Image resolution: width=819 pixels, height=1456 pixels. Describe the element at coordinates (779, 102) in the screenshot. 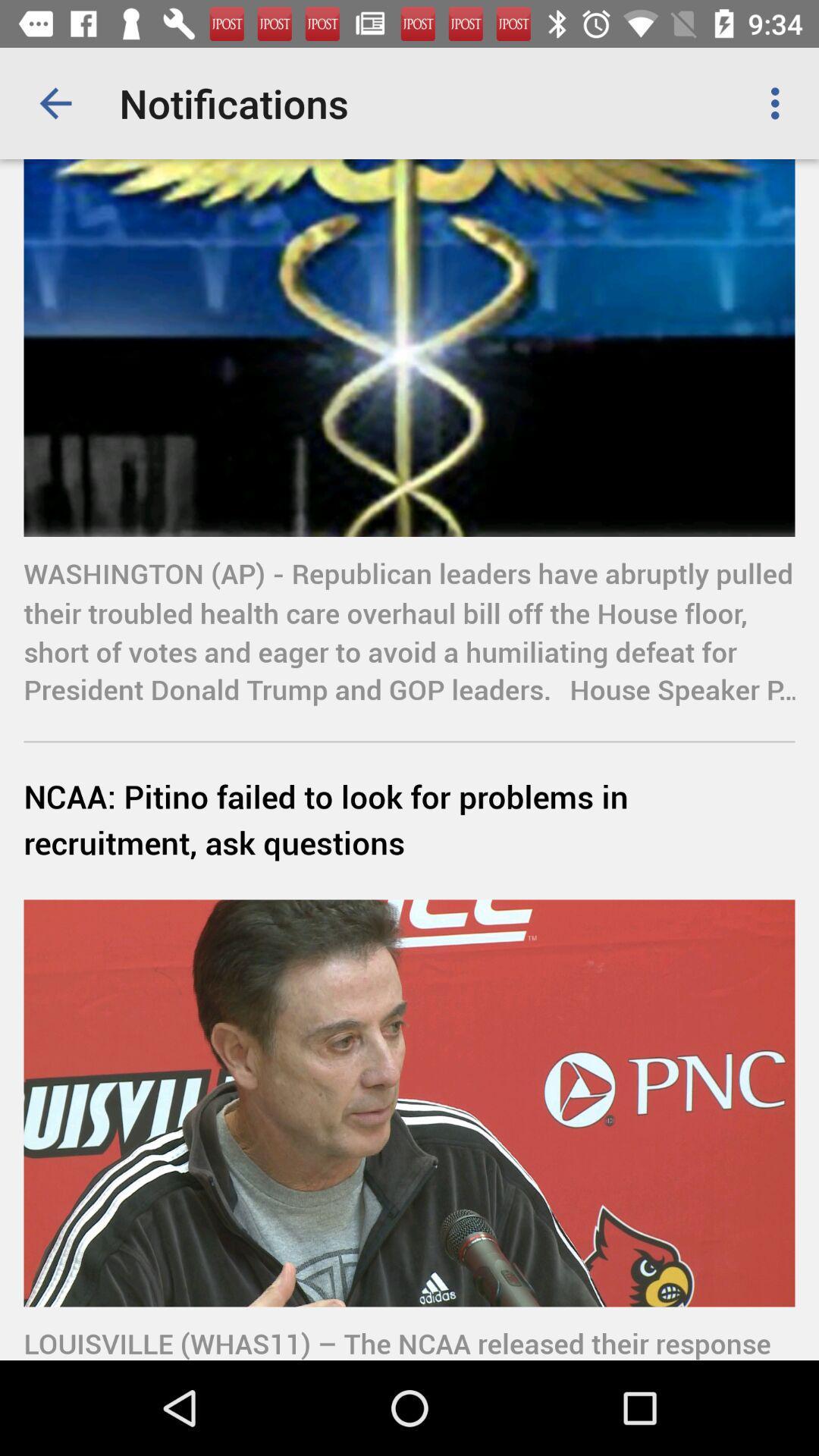

I see `the icon next to the notifications` at that location.